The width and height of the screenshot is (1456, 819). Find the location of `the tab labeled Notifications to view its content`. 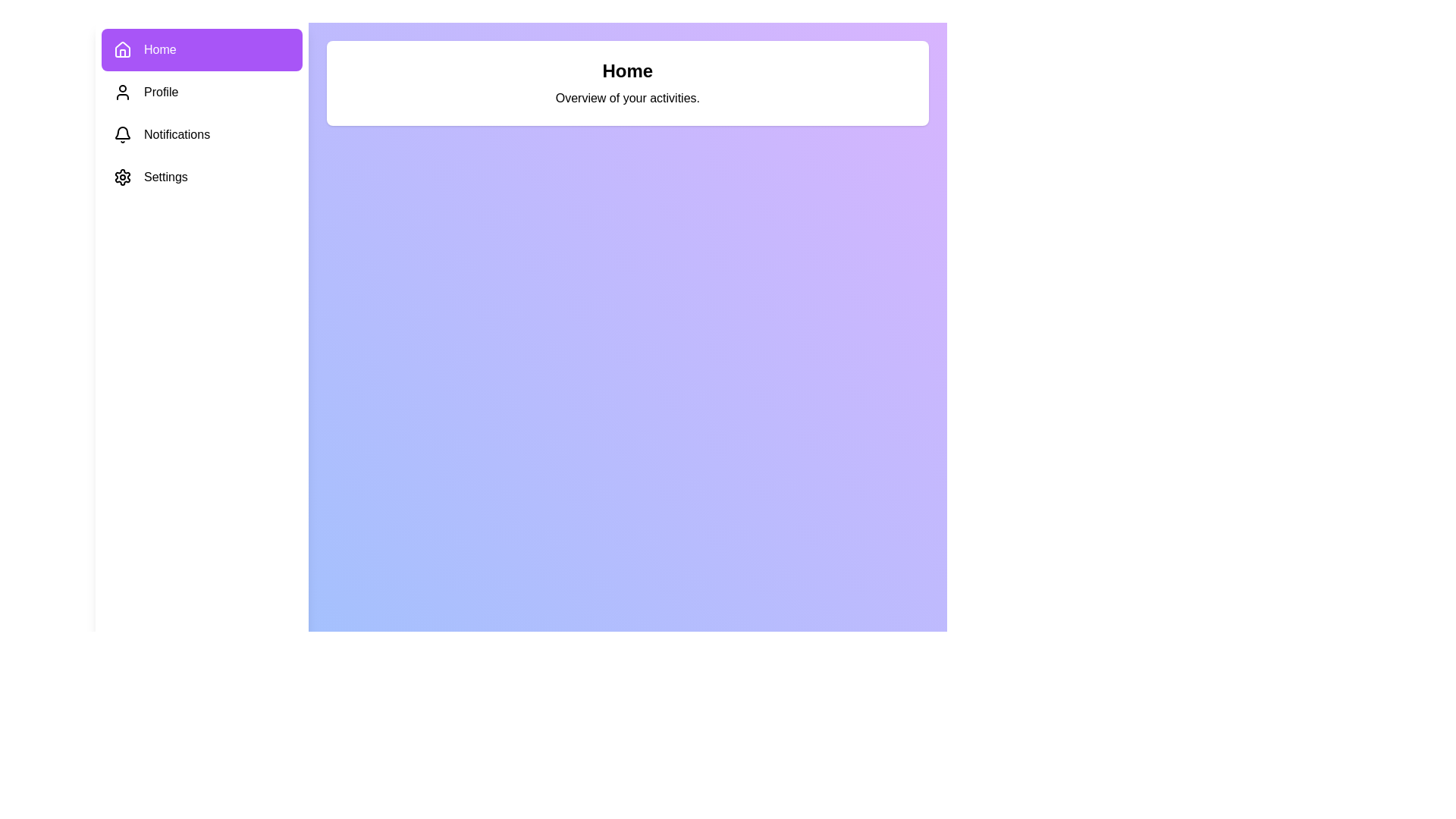

the tab labeled Notifications to view its content is located at coordinates (201, 133).